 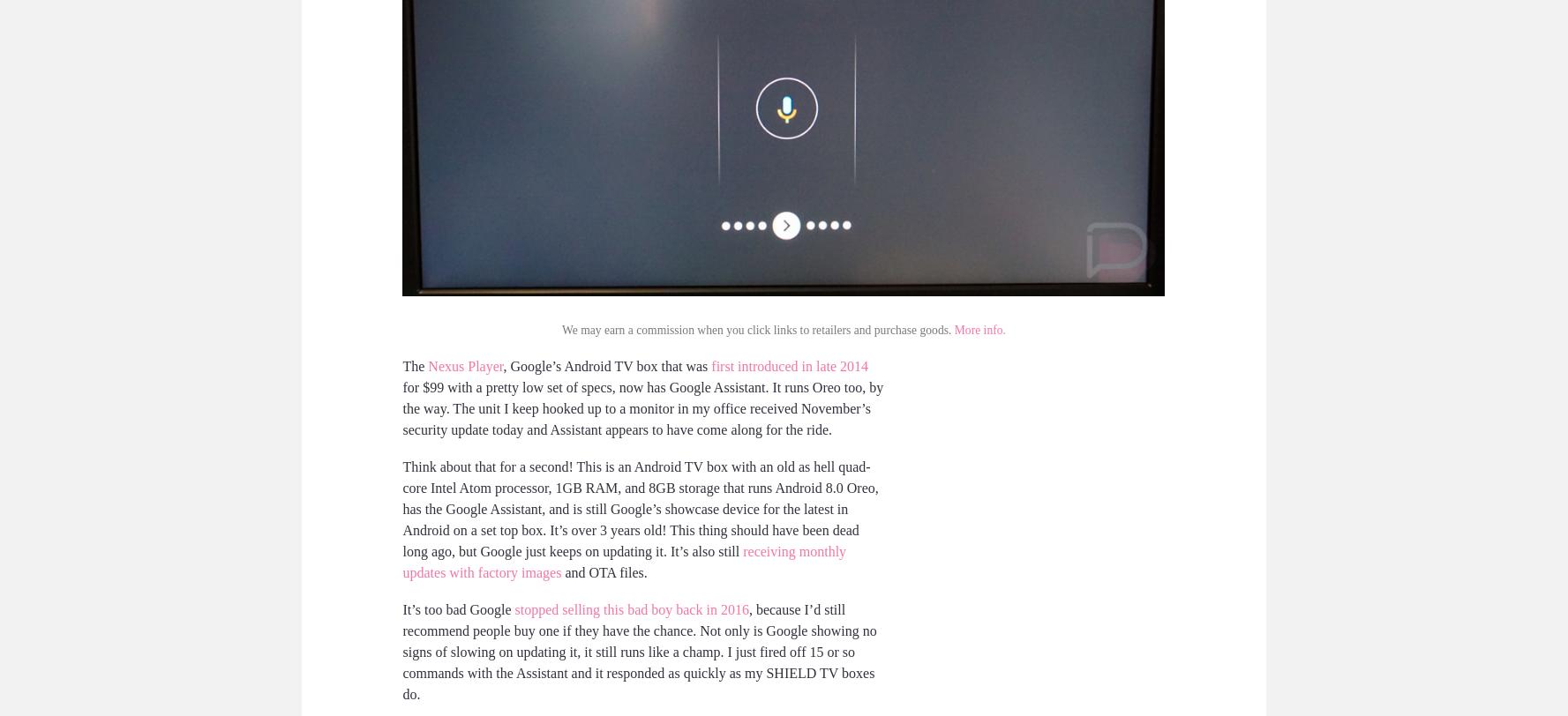 What do you see at coordinates (978, 330) in the screenshot?
I see `'More info.'` at bounding box center [978, 330].